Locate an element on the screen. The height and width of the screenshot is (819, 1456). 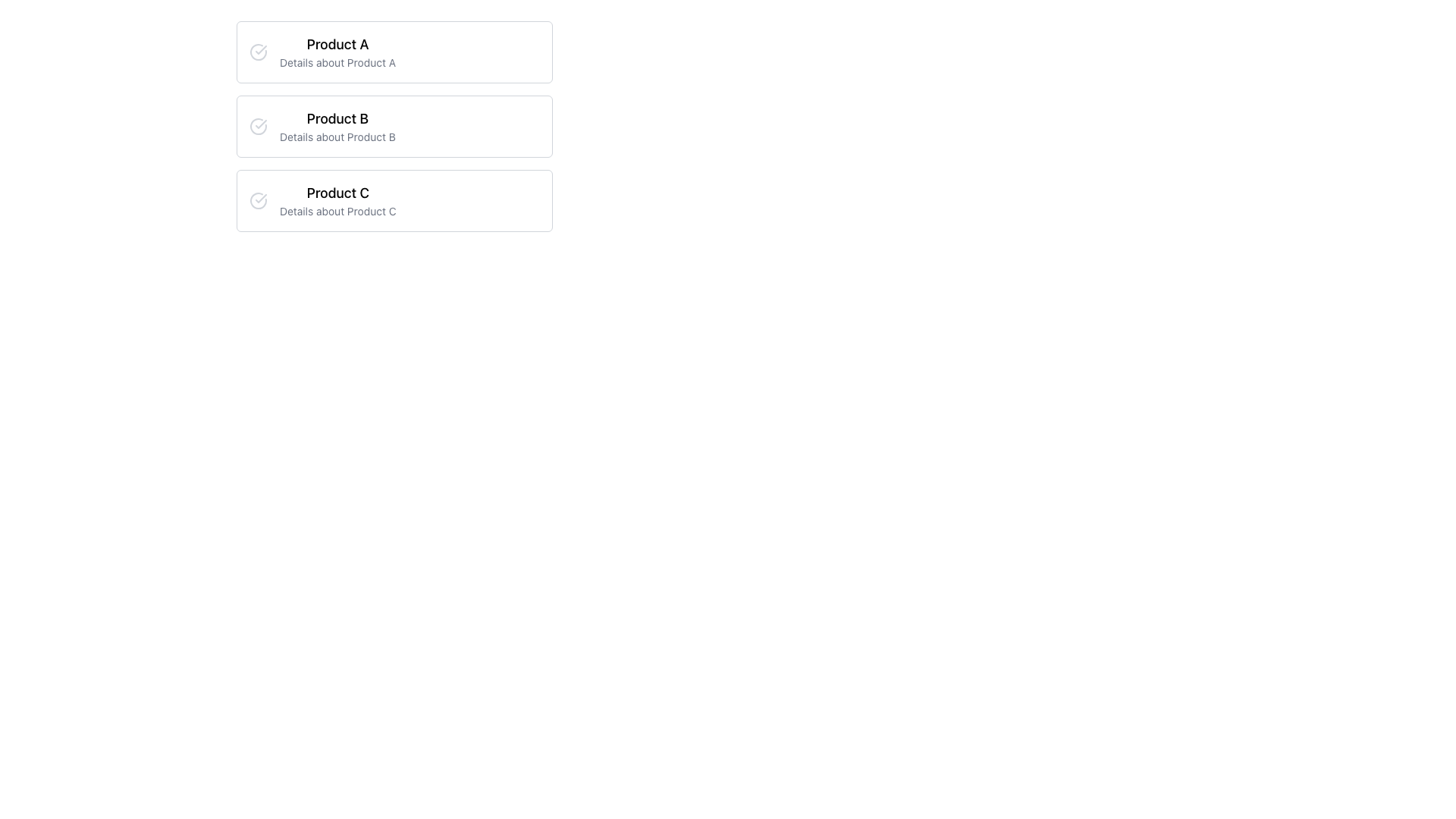
the status indicator icon is located at coordinates (258, 200).